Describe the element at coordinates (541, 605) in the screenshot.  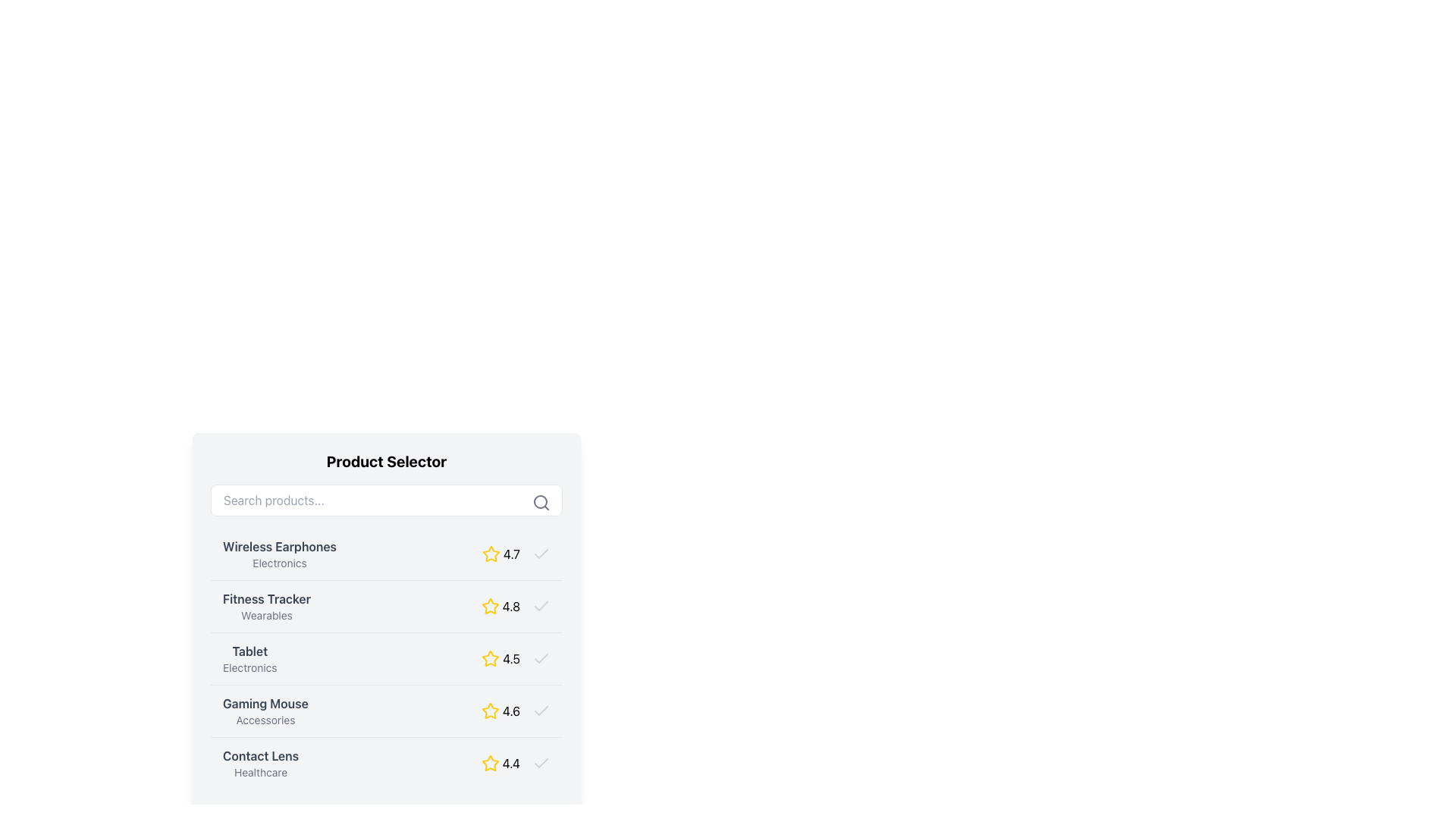
I see `the small checkmark icon located to the right of the rating text ('4.8') for the 'Fitness Tracker' product` at that location.